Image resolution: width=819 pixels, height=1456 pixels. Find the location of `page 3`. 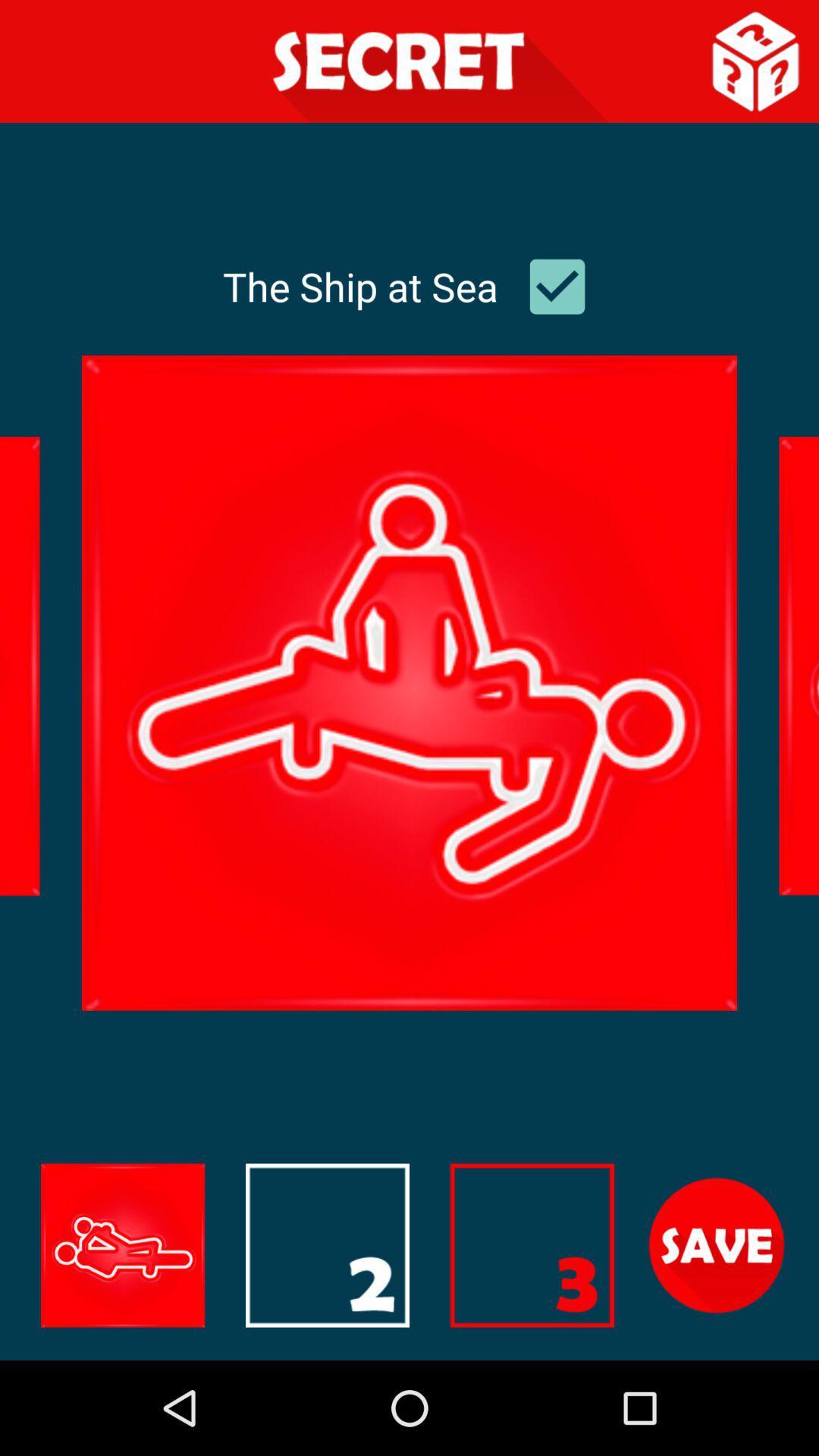

page 3 is located at coordinates (532, 1245).